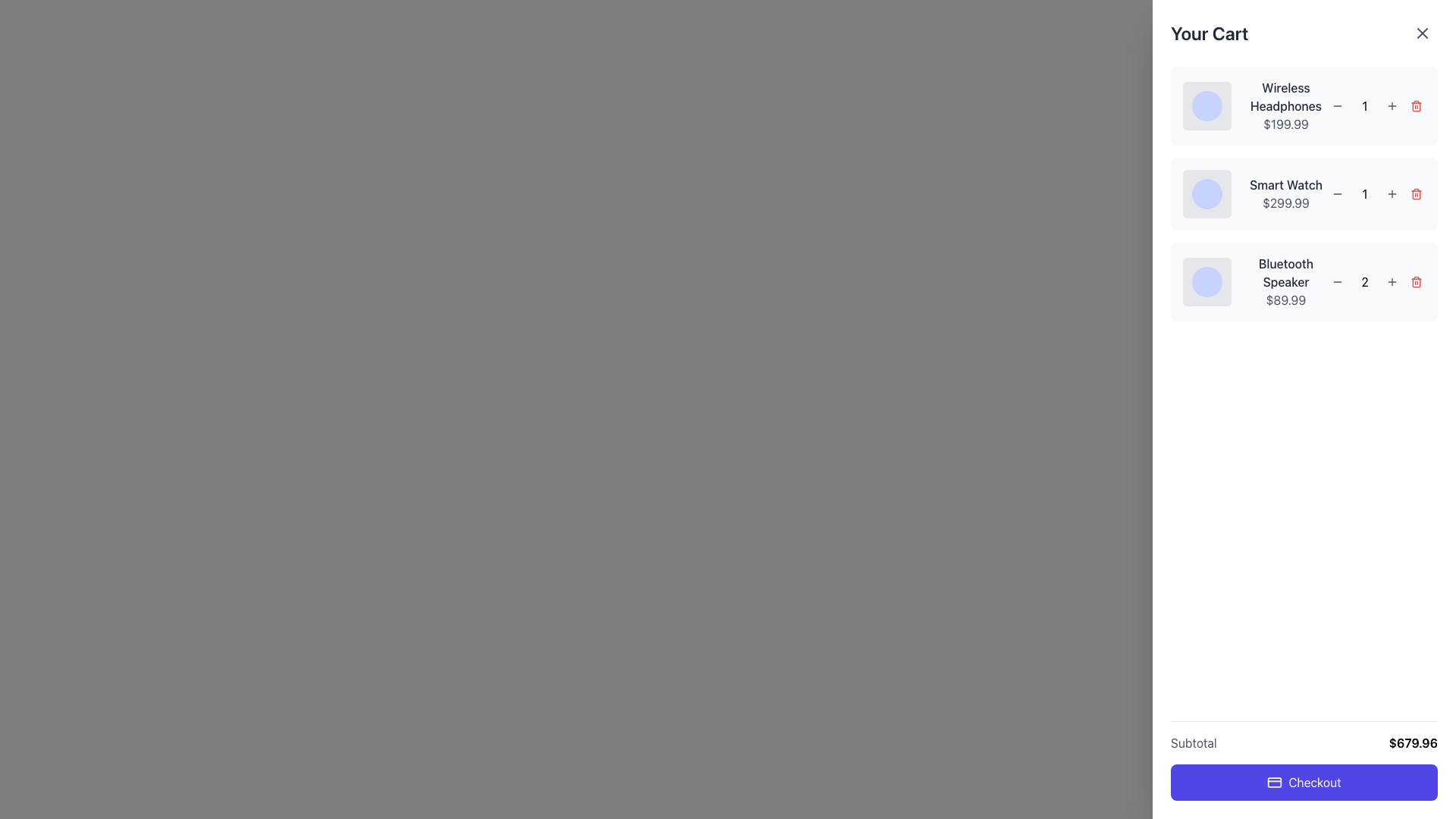 The height and width of the screenshot is (819, 1456). I want to click on the increment button for the 'Bluetooth Speaker' item in the shopping cart, so click(1392, 281).